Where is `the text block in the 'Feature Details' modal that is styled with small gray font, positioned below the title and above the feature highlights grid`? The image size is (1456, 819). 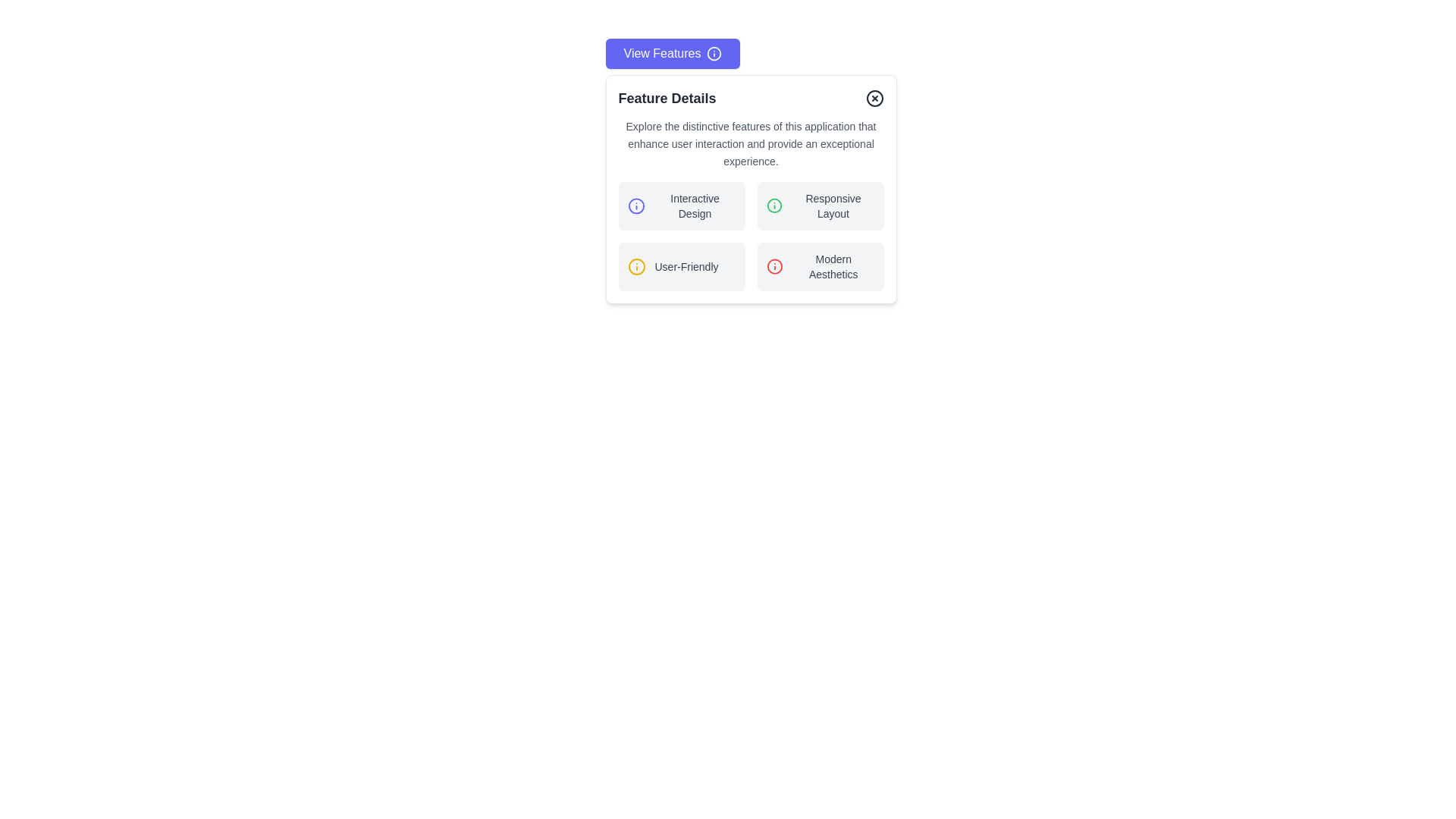
the text block in the 'Feature Details' modal that is styled with small gray font, positioned below the title and above the feature highlights grid is located at coordinates (751, 144).